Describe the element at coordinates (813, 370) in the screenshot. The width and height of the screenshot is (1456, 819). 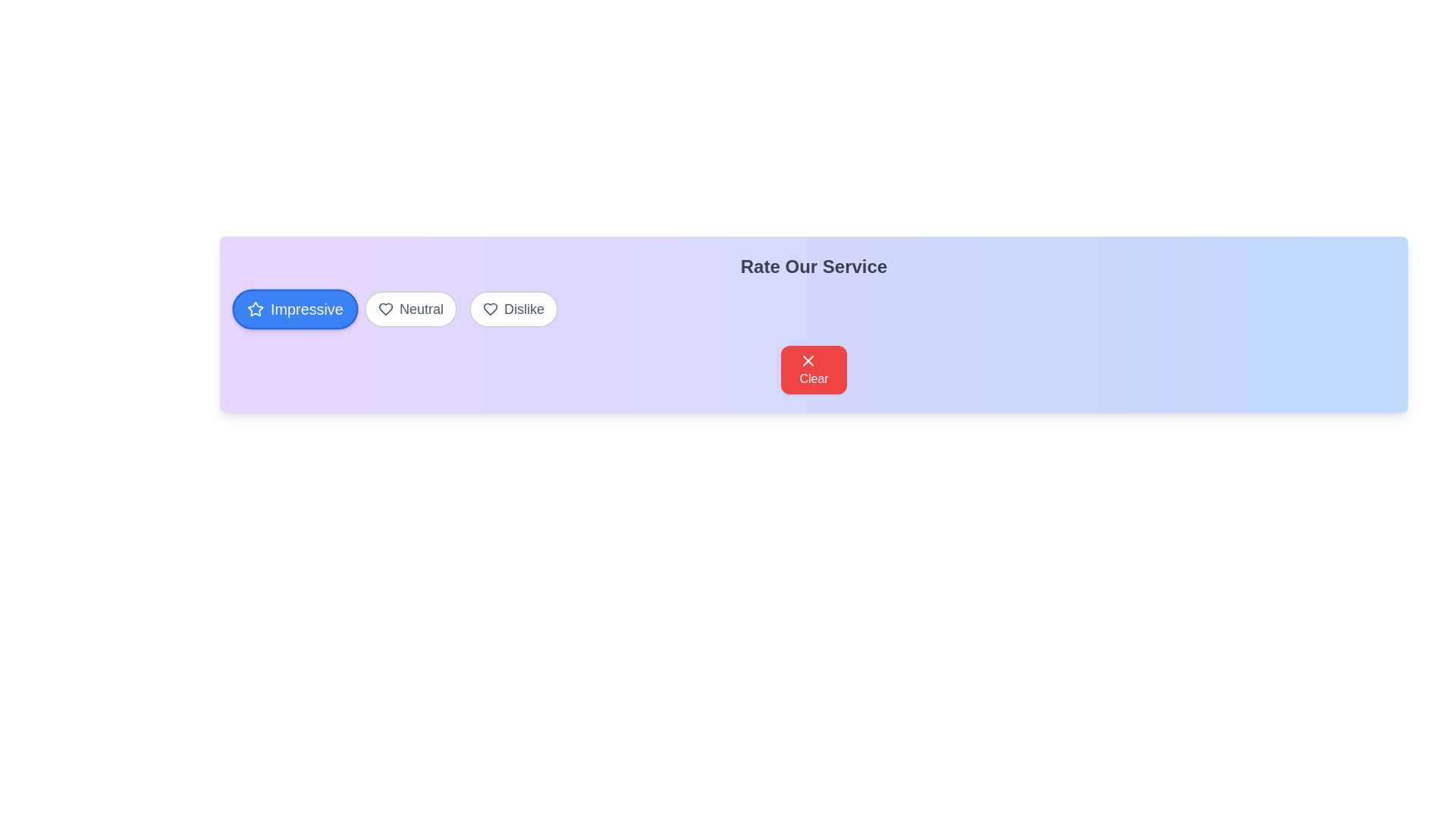
I see `the 'Clear' button to reset the selection` at that location.